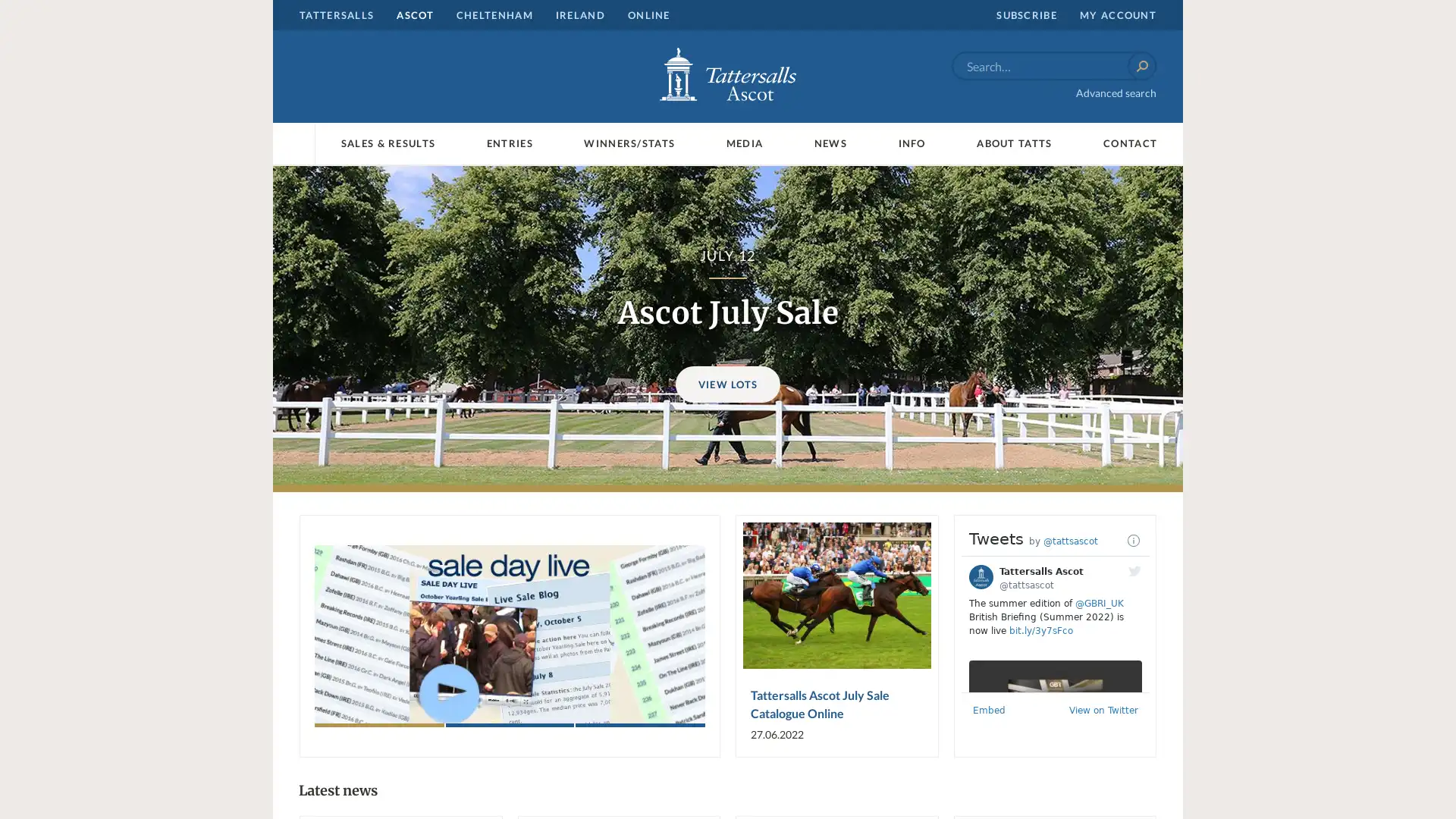 This screenshot has width=1456, height=819. Describe the element at coordinates (312, 328) in the screenshot. I see `Previous` at that location.